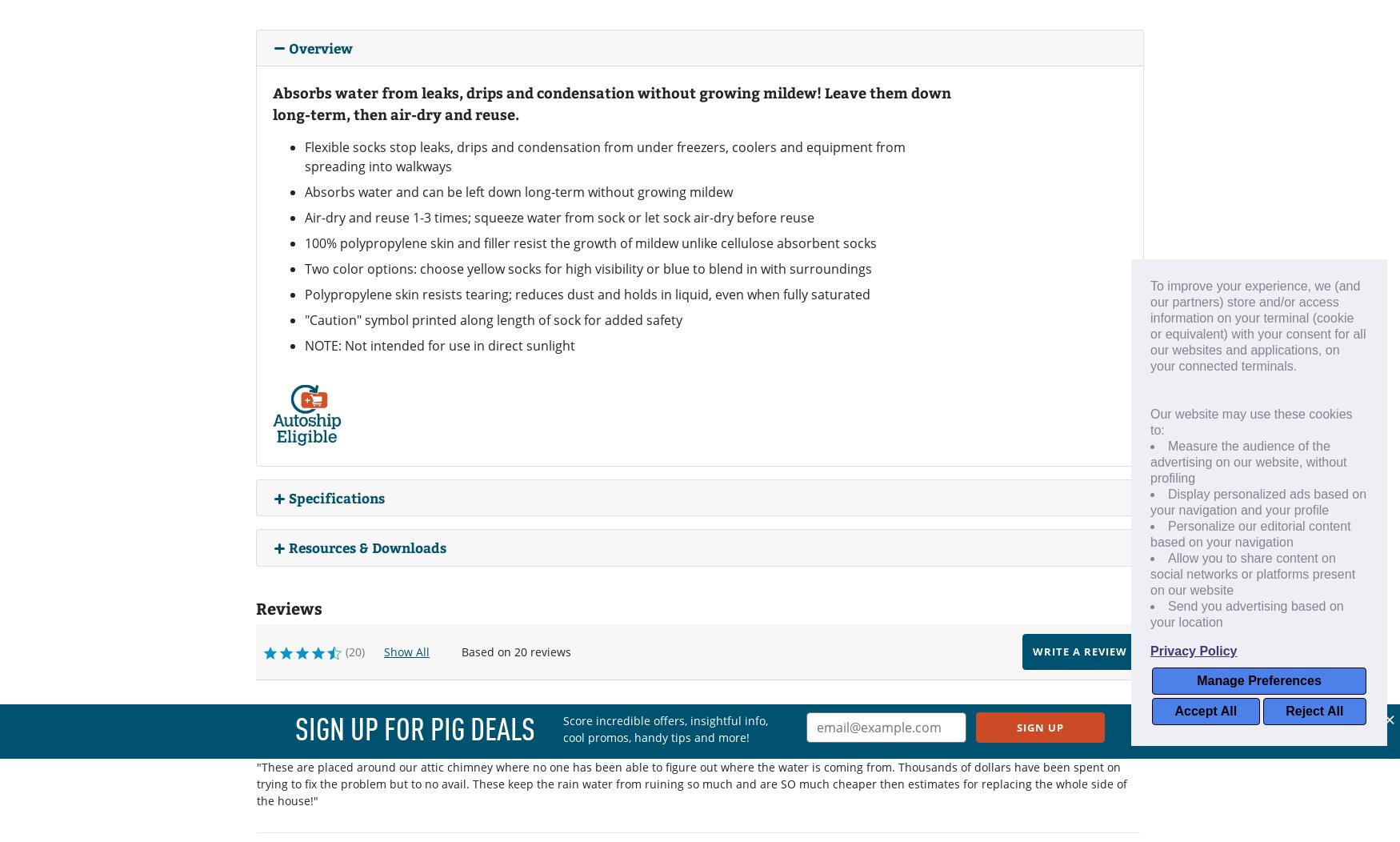 Image resolution: width=1400 pixels, height=842 pixels. I want to click on 'saves our ceiling!', so click(256, 742).